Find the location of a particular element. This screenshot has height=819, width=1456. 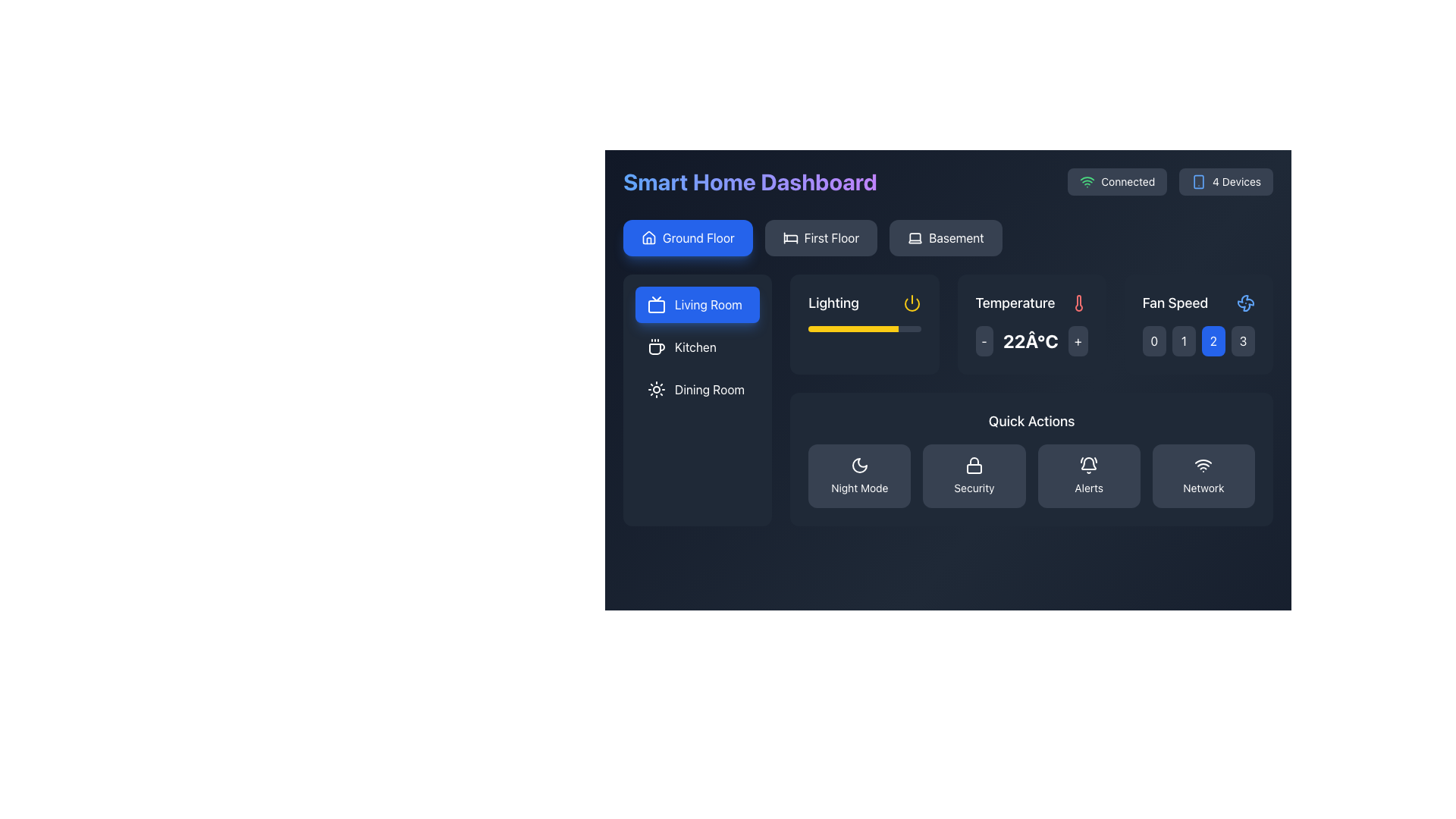

the 'Alerts' SVG Icon located in the 'Quick Actions' section, indicating notifications or alerts is located at coordinates (1088, 464).